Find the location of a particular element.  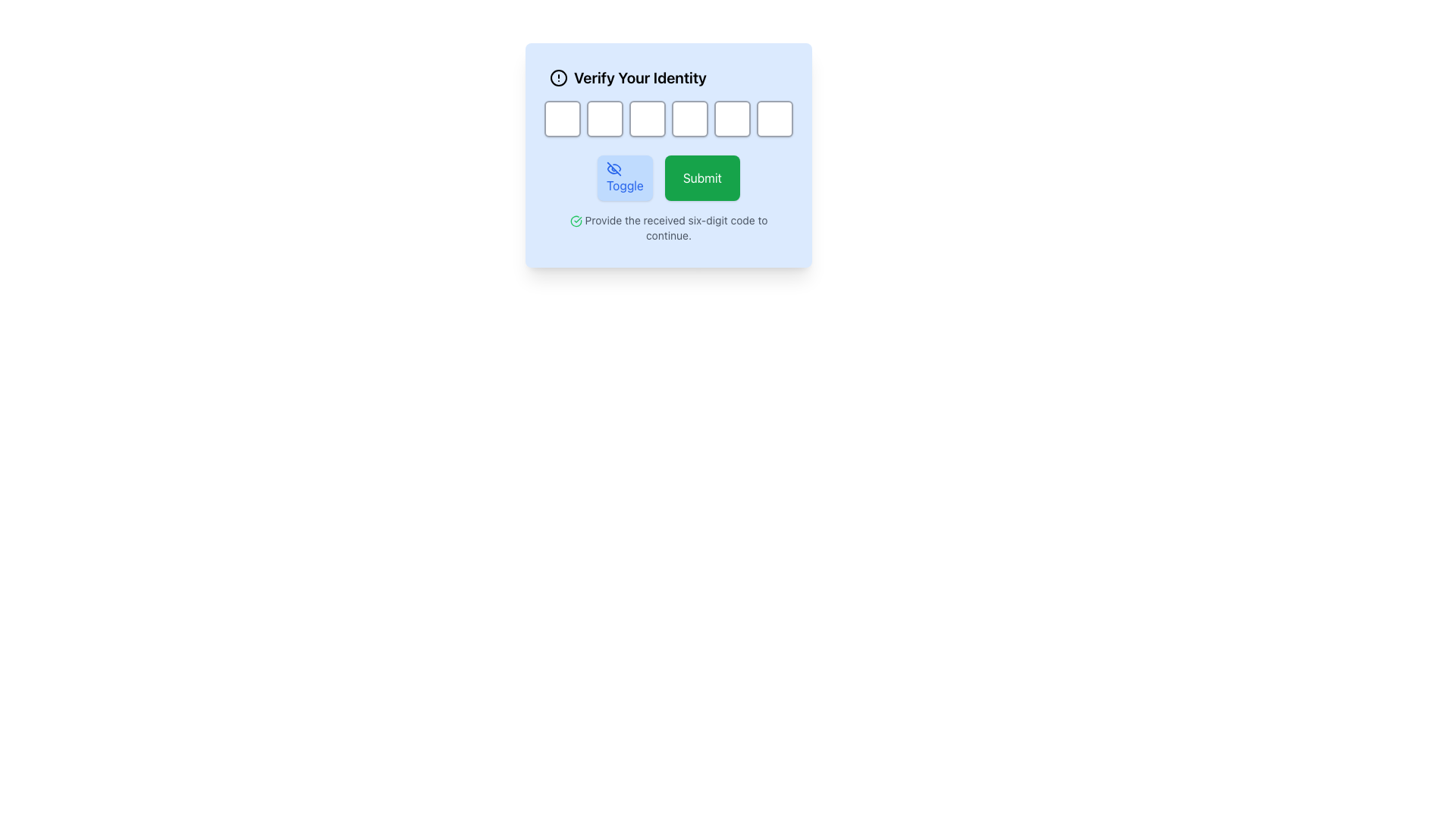

the eye icon component within the 'Toggle' button, which symbolizes visibility settings is located at coordinates (614, 169).